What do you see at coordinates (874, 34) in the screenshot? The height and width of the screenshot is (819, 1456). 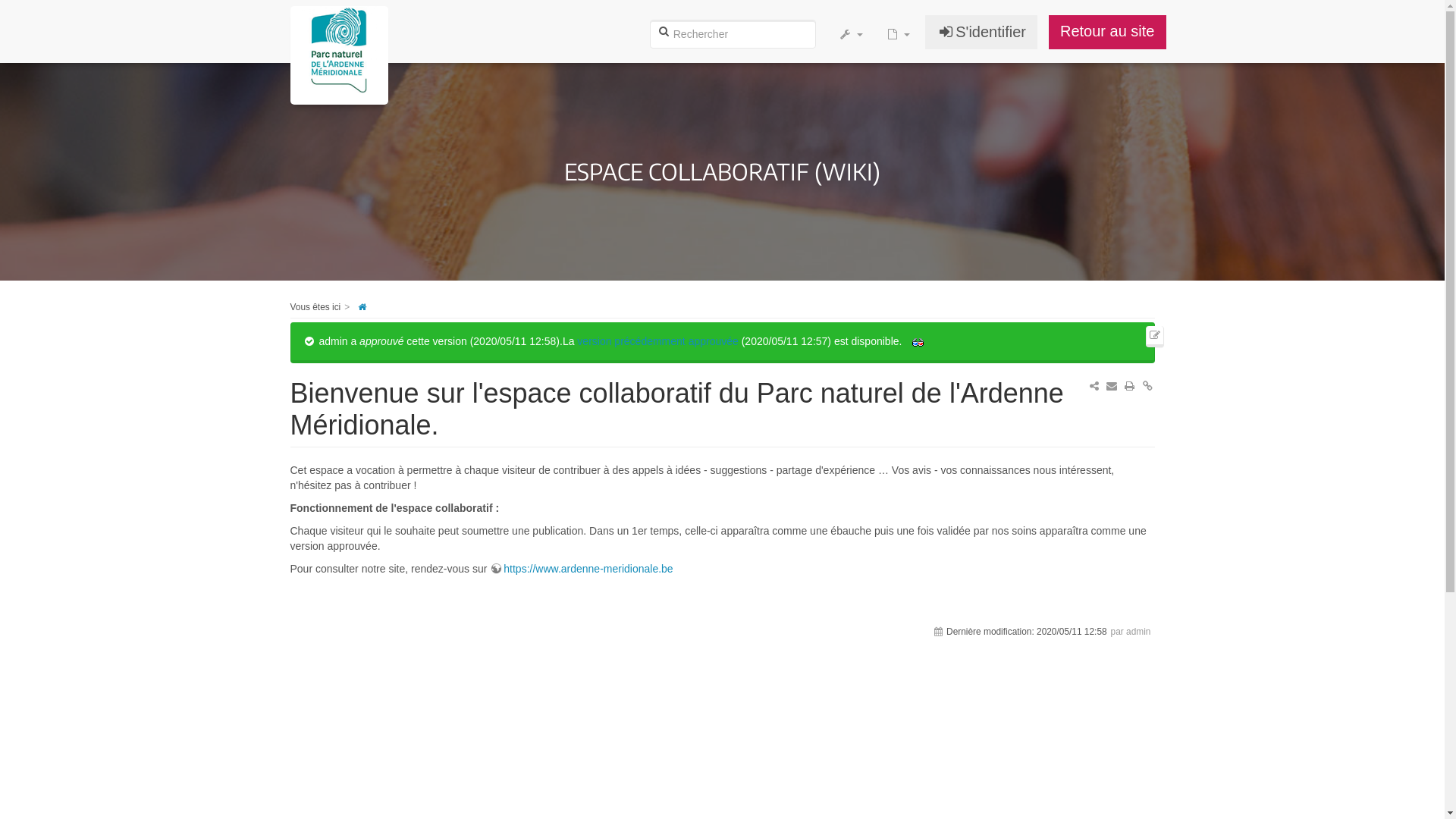 I see `'Ajouter une nouvelle page'` at bounding box center [874, 34].